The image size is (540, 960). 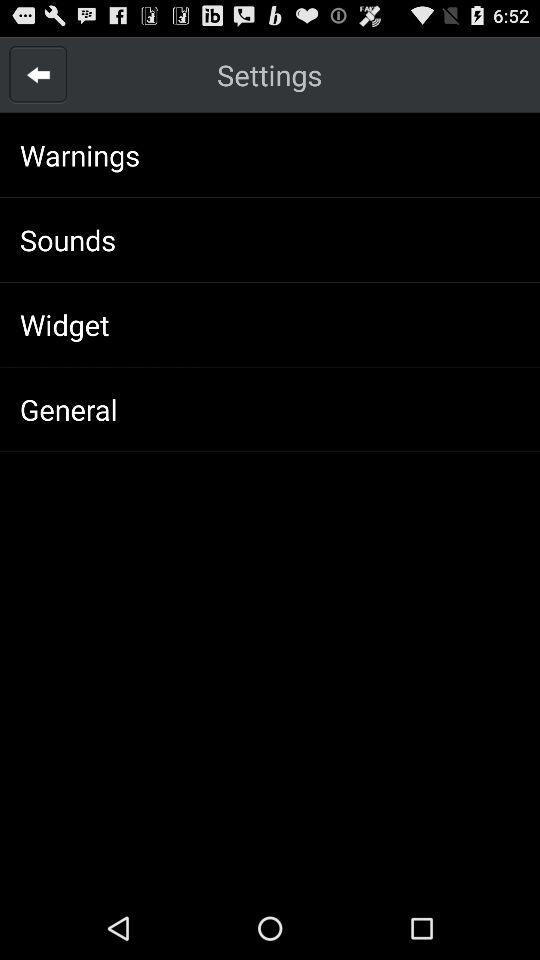 I want to click on sounds icon, so click(x=67, y=239).